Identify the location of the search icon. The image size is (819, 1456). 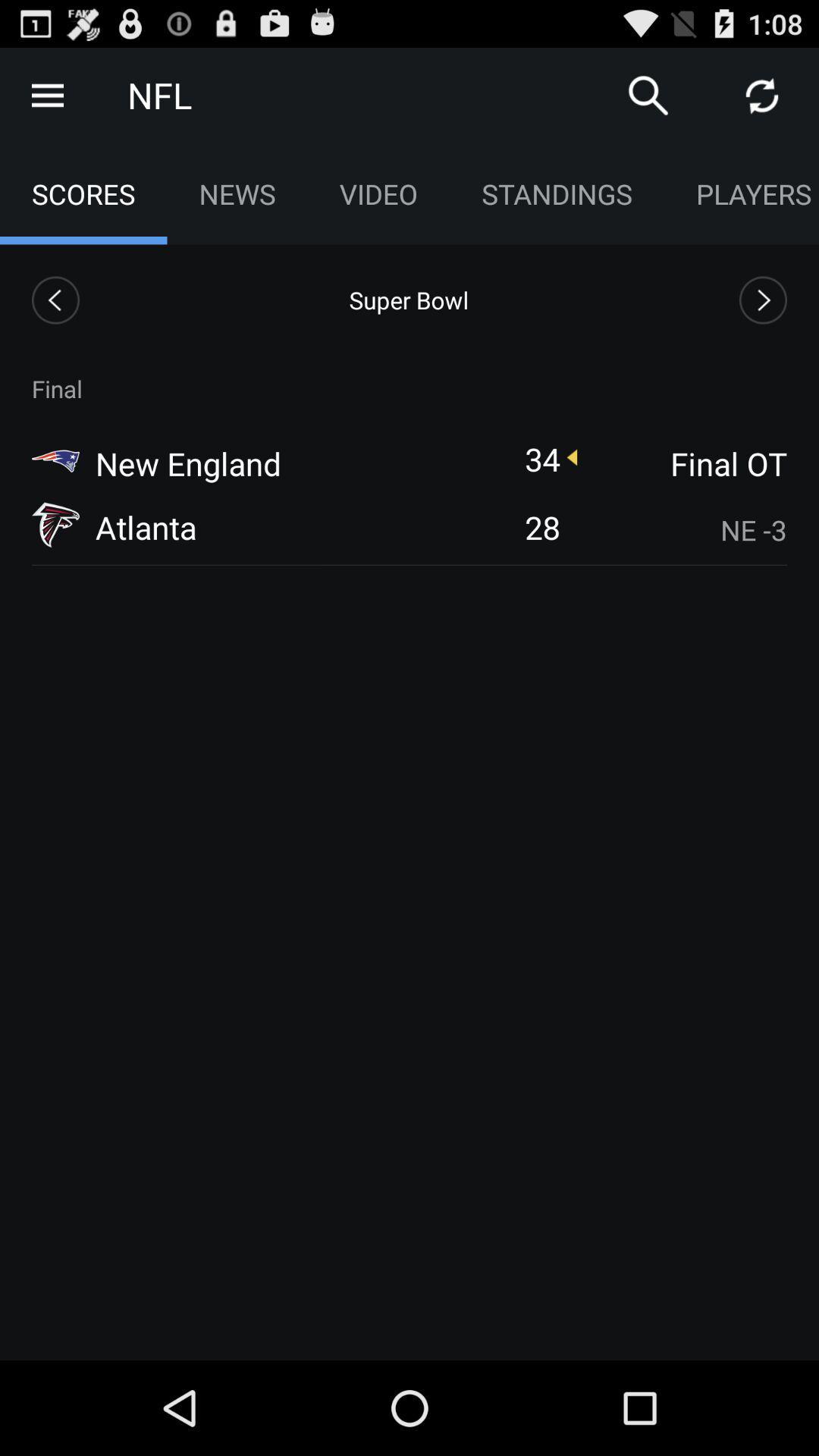
(648, 101).